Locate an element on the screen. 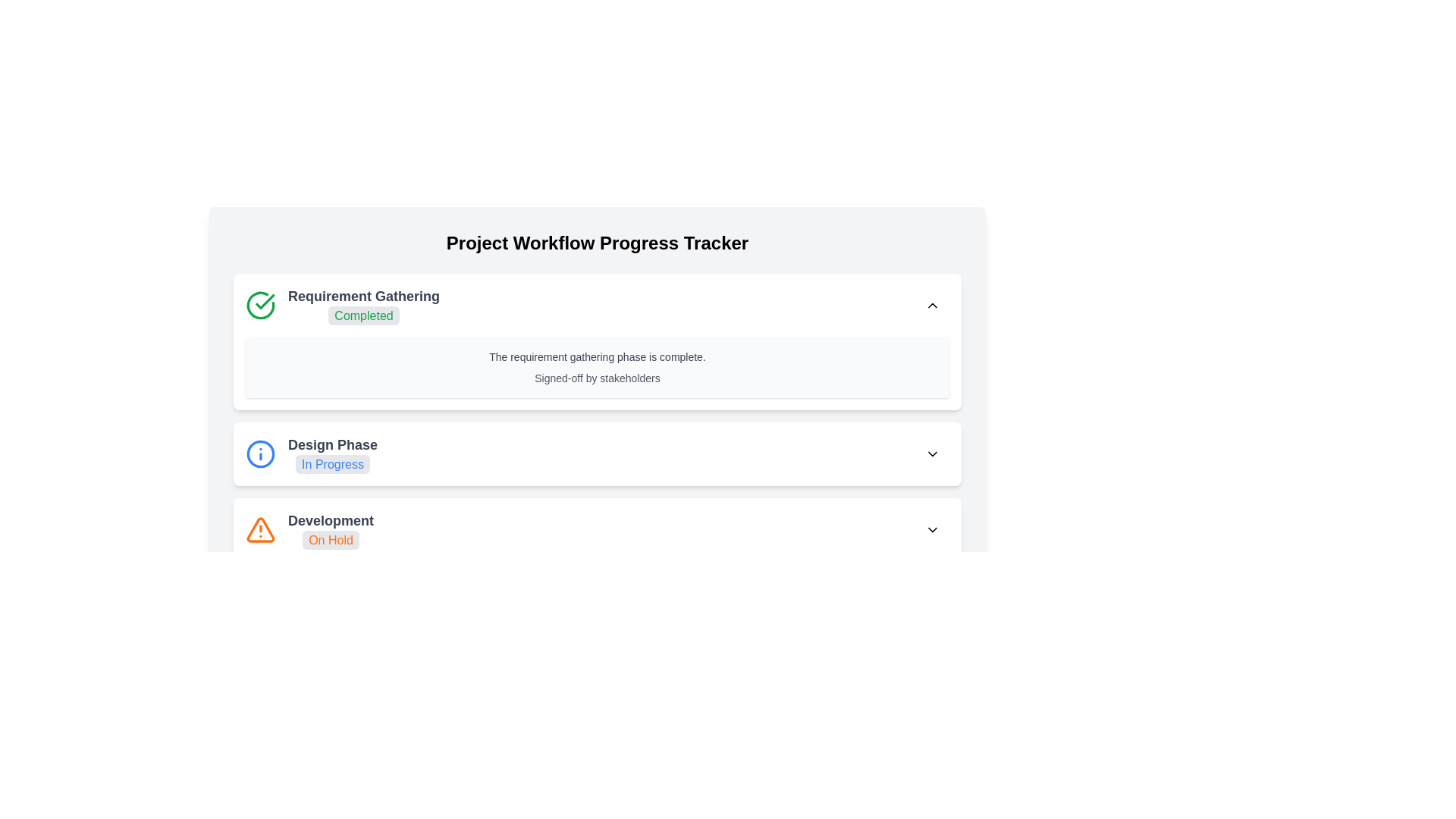 The width and height of the screenshot is (1456, 819). status information from the 'Development' label with the status indicator, which shows 'On Hold' in an orange font on a light-gray background, located near a warning icon is located at coordinates (330, 529).